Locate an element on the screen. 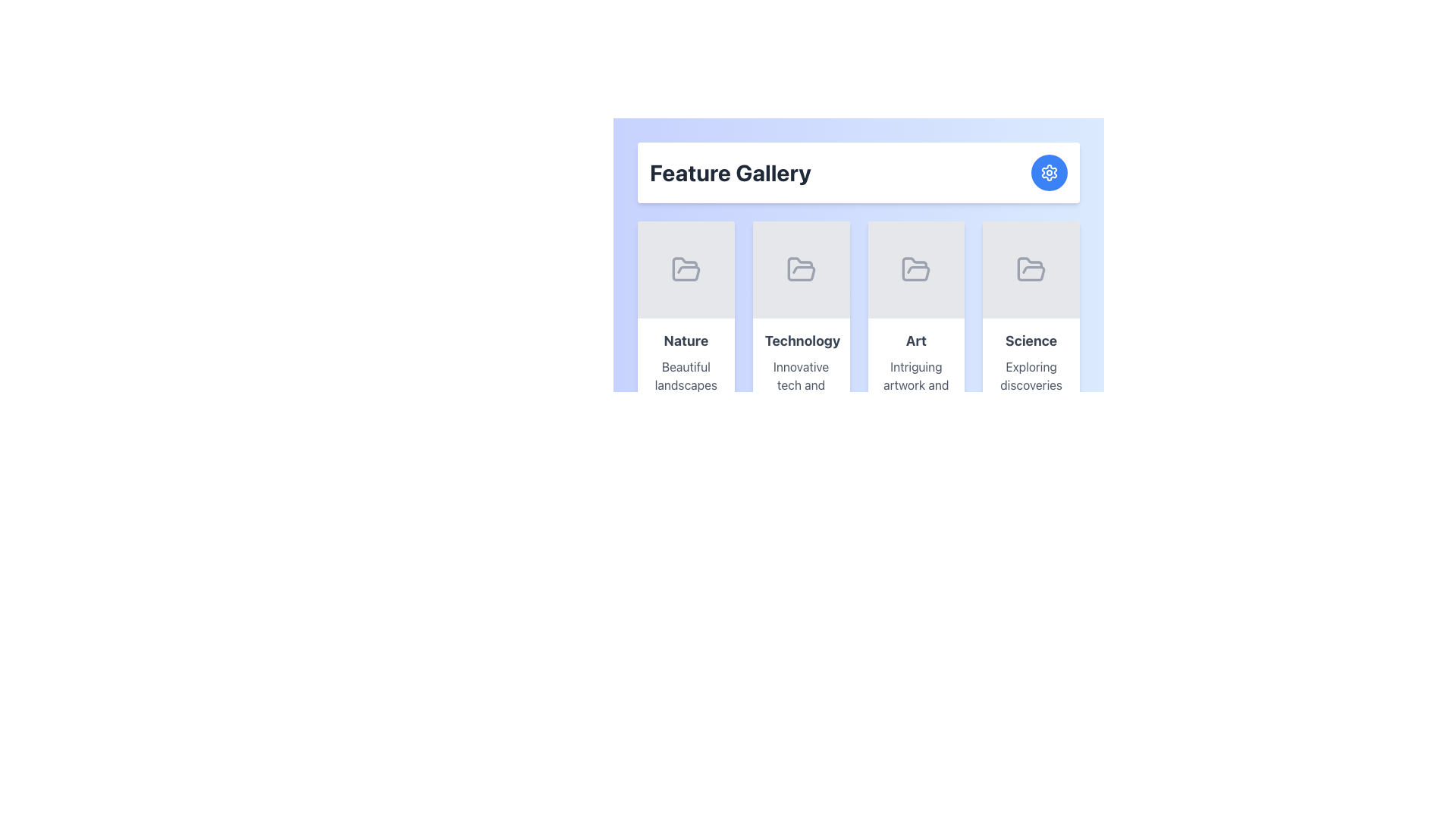 This screenshot has height=819, width=1456. the graphic icon representing the 'Technology' category, located in the second column of the grid, directly below the 'Technology' title is located at coordinates (800, 268).